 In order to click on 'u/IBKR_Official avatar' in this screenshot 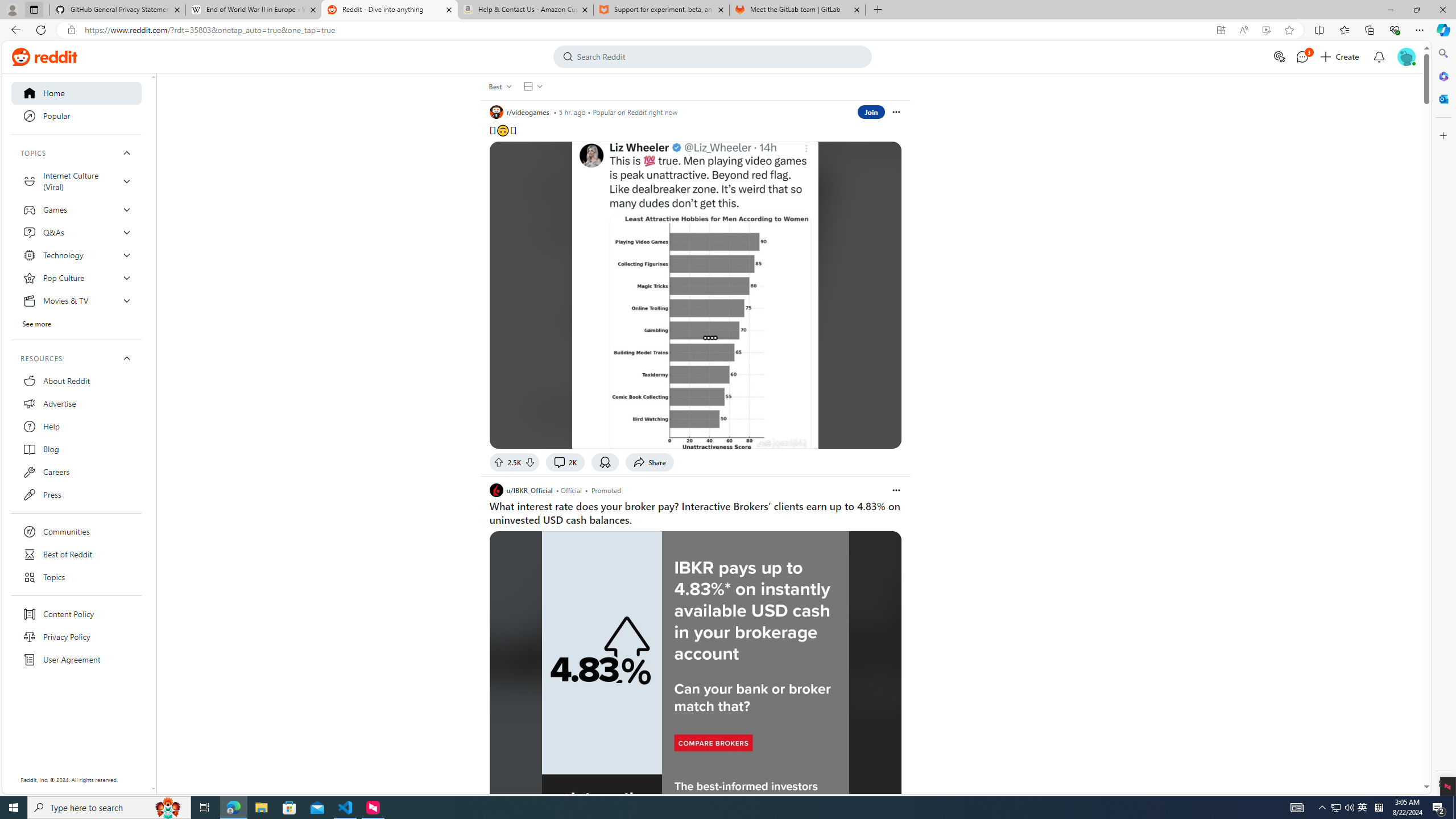, I will do `click(496, 490)`.